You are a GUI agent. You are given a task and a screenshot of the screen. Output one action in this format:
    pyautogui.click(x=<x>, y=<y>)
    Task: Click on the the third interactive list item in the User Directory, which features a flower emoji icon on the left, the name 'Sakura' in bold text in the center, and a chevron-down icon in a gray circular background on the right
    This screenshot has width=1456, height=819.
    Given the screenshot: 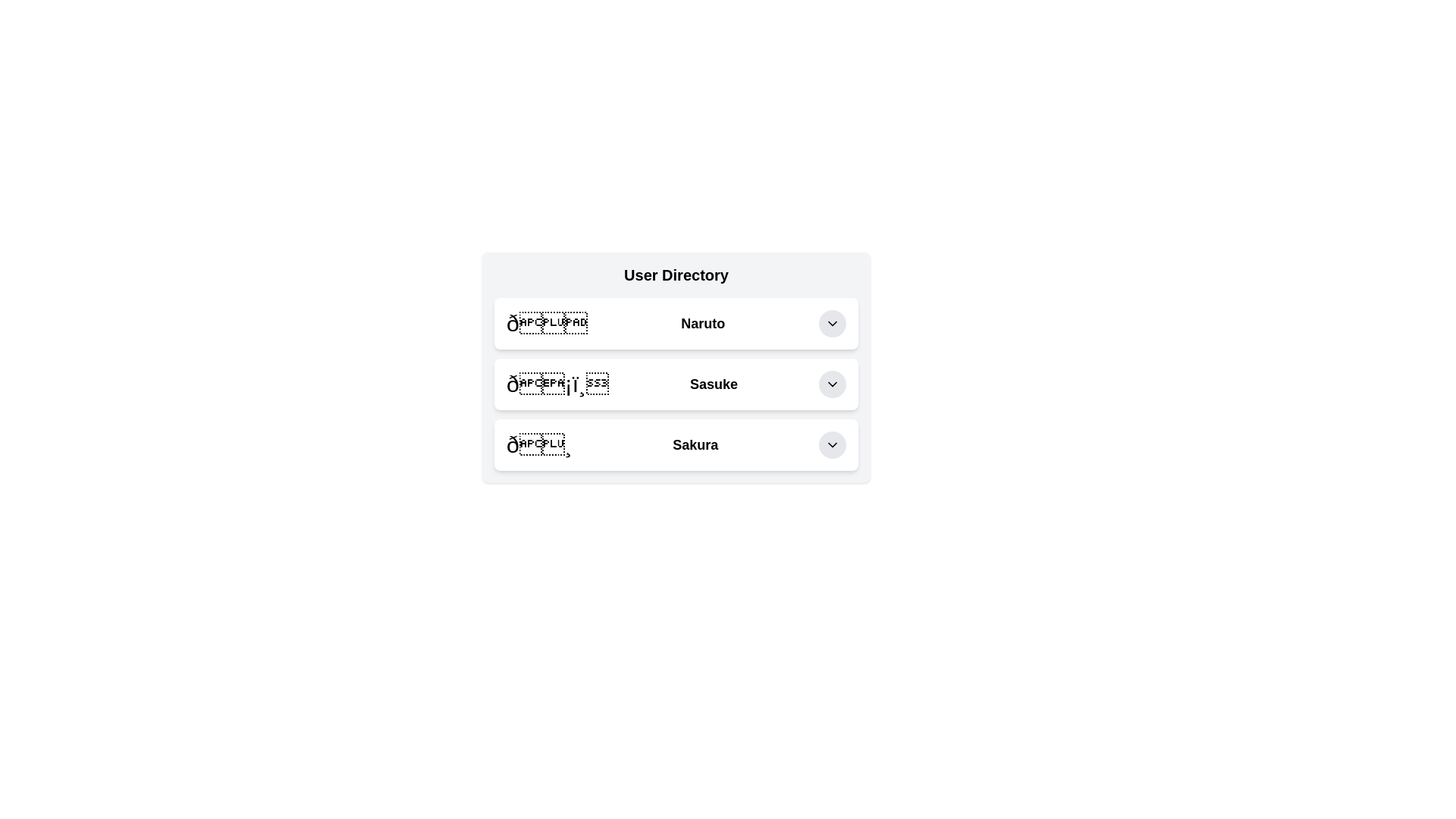 What is the action you would take?
    pyautogui.click(x=676, y=444)
    